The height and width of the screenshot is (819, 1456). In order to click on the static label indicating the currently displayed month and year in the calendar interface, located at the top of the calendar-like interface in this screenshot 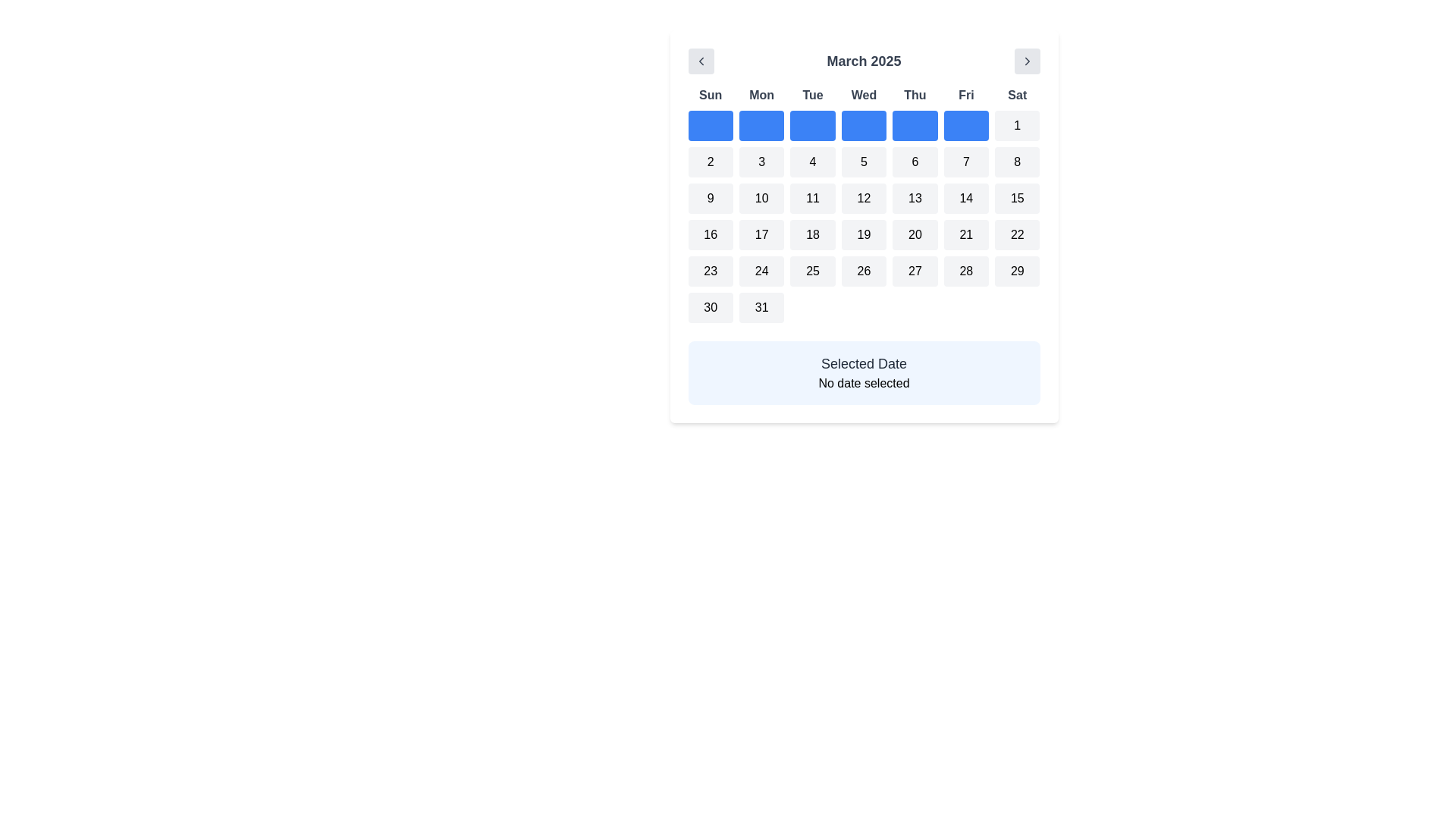, I will do `click(864, 61)`.